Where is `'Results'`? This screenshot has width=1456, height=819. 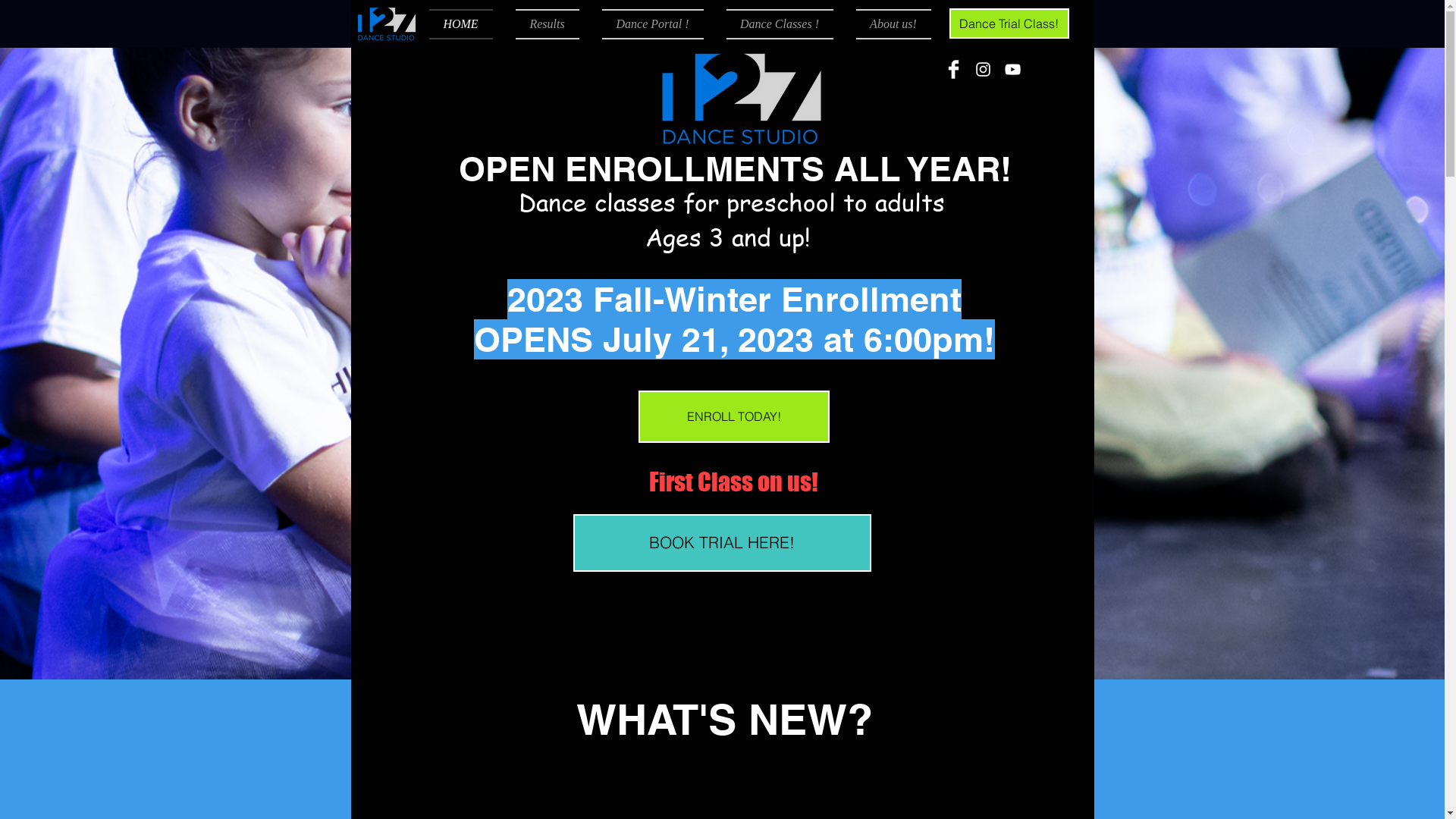 'Results' is located at coordinates (546, 24).